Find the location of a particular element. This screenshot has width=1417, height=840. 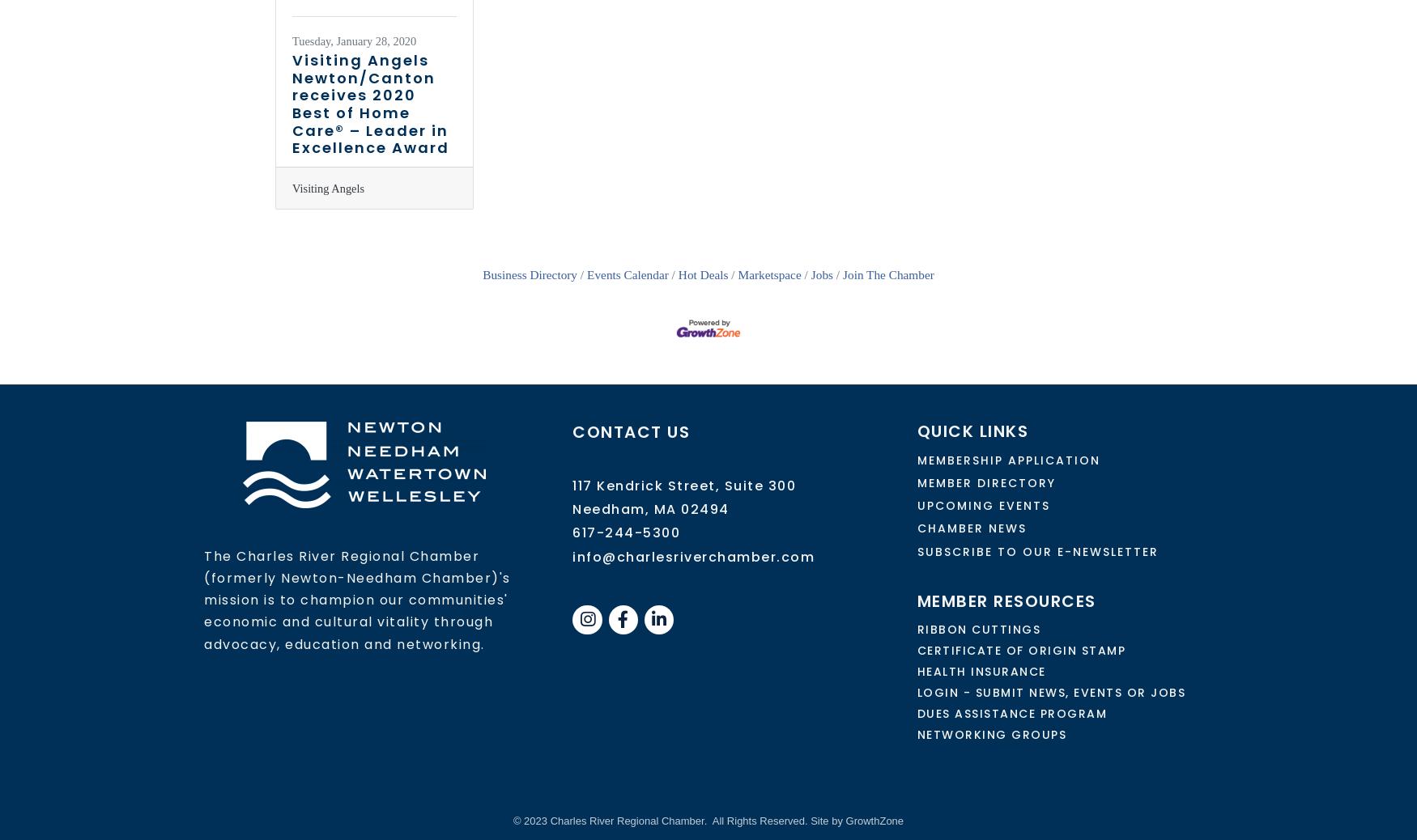

'Jobs' is located at coordinates (820, 274).